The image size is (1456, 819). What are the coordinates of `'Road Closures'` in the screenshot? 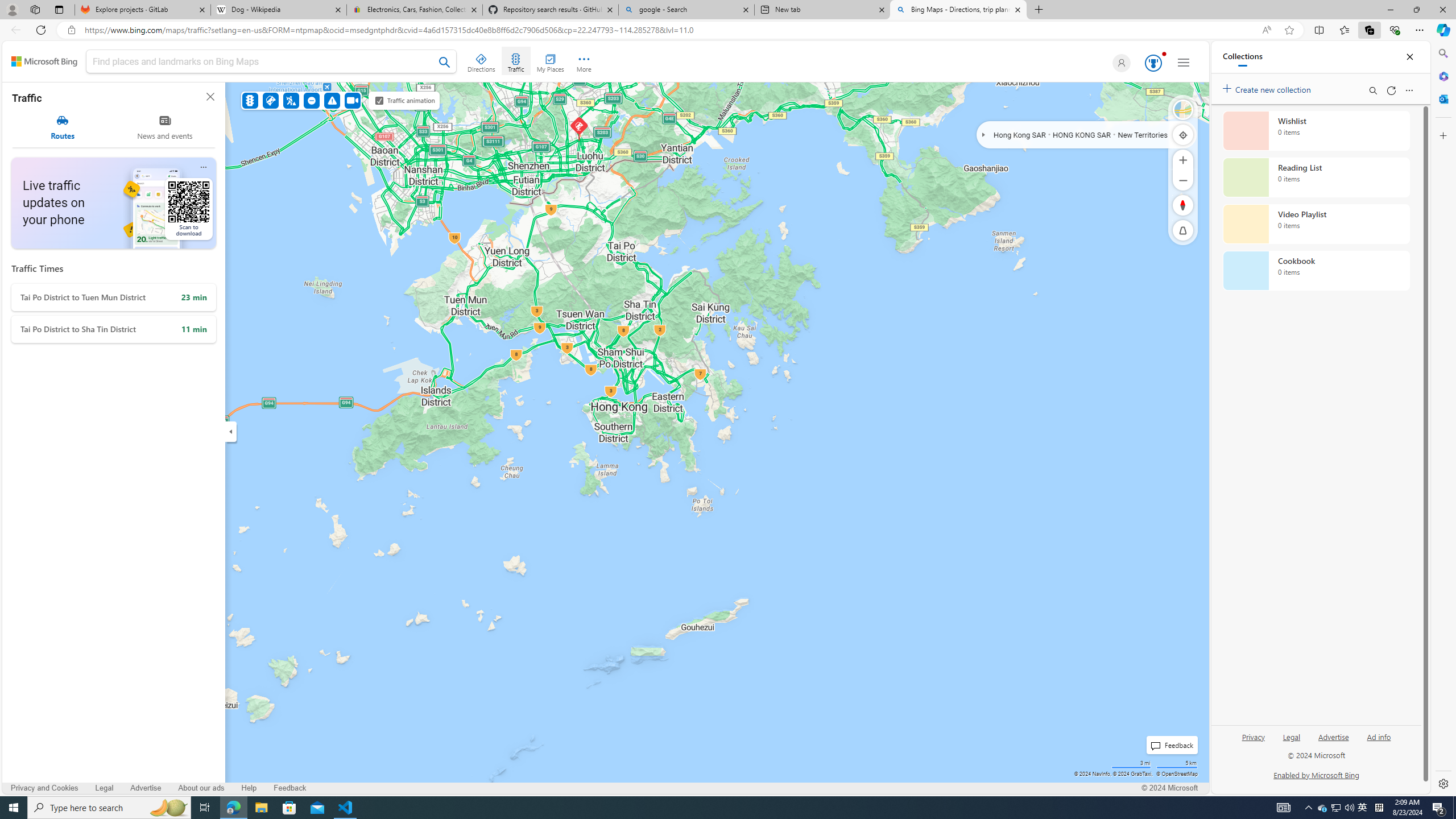 It's located at (312, 100).